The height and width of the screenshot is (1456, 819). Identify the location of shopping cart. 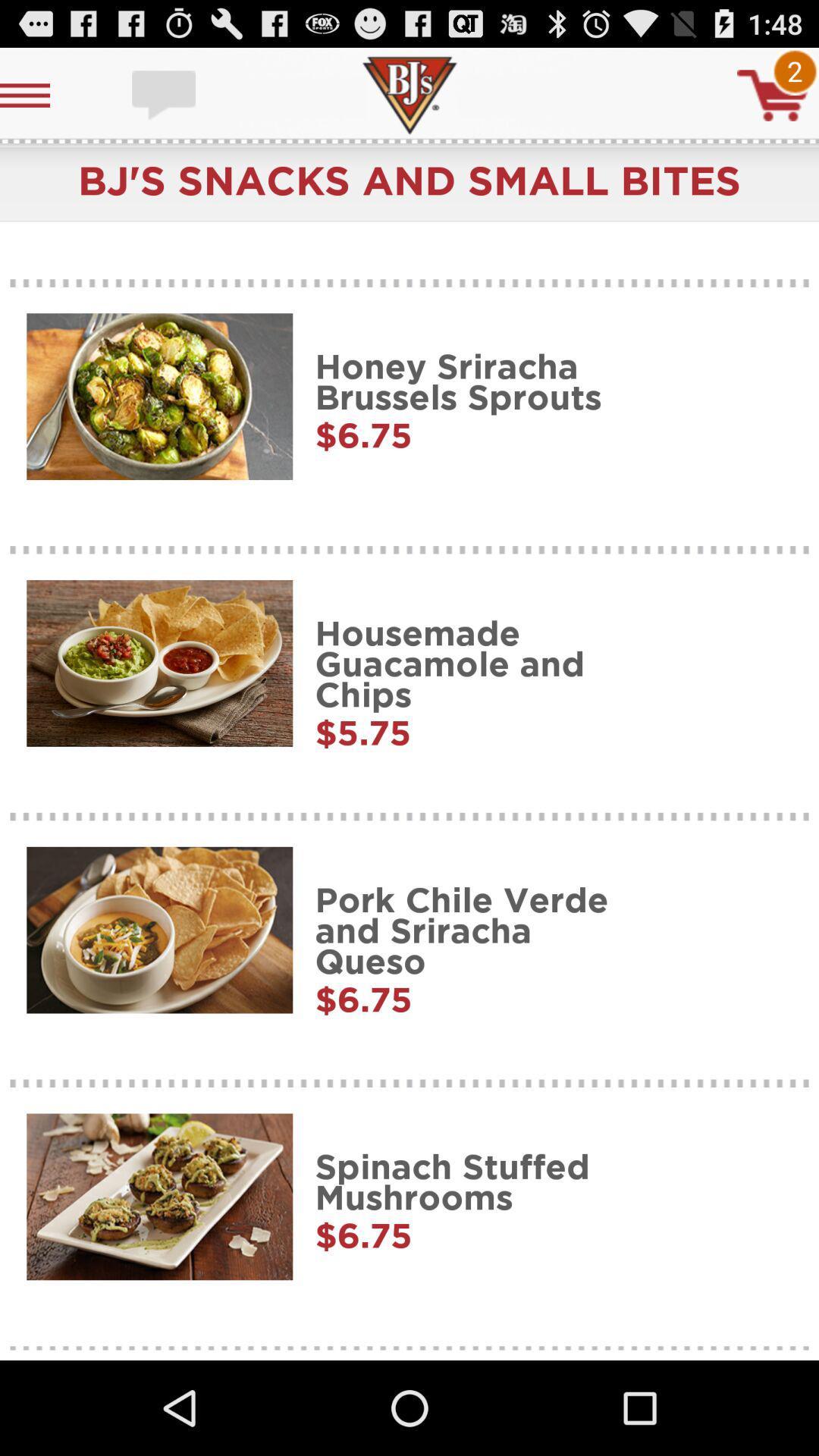
(773, 94).